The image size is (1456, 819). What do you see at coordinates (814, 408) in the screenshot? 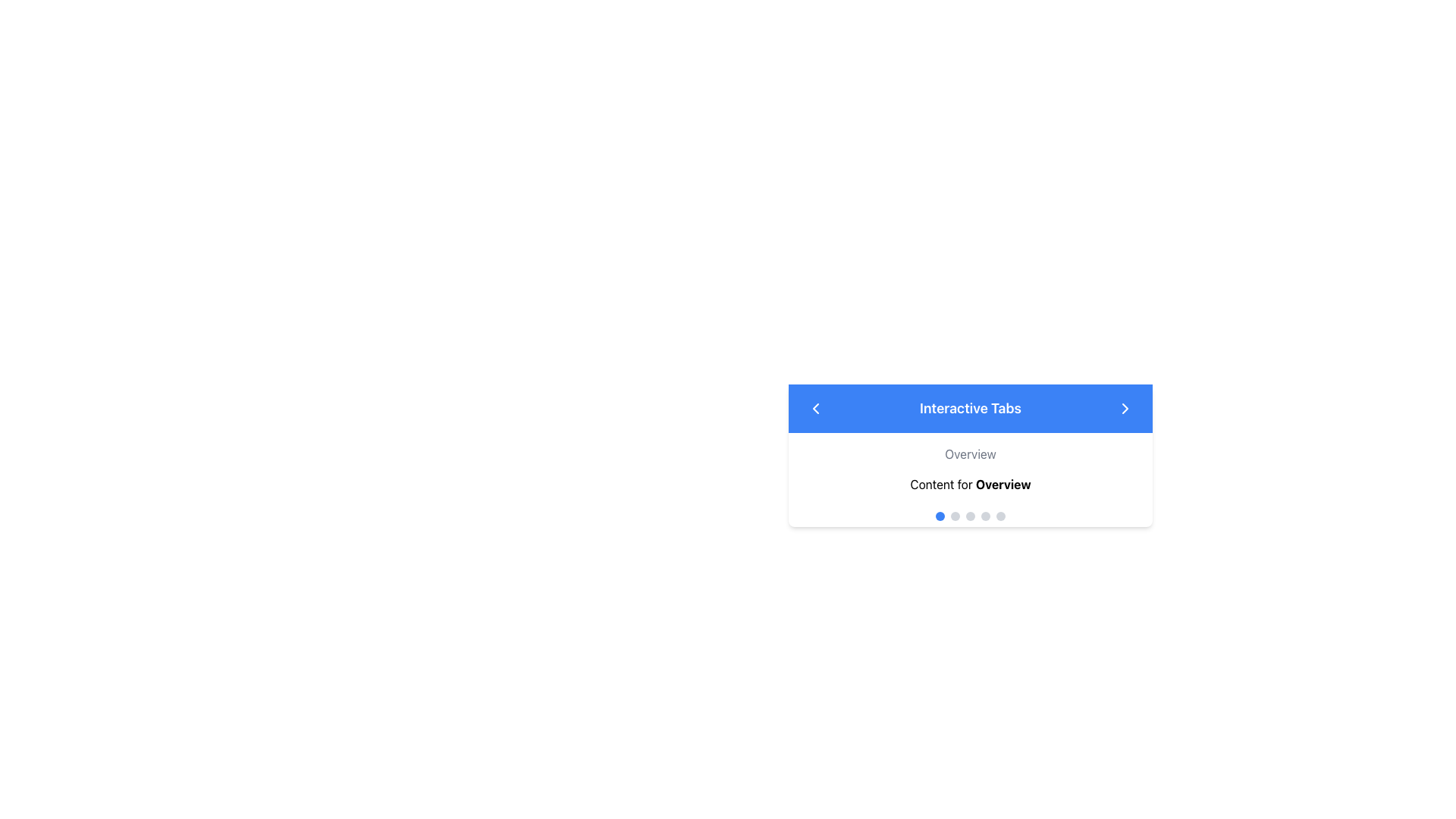
I see `the left-pointing chevron icon button located in the blue header bar labeled 'Interactive Tabs'` at bounding box center [814, 408].